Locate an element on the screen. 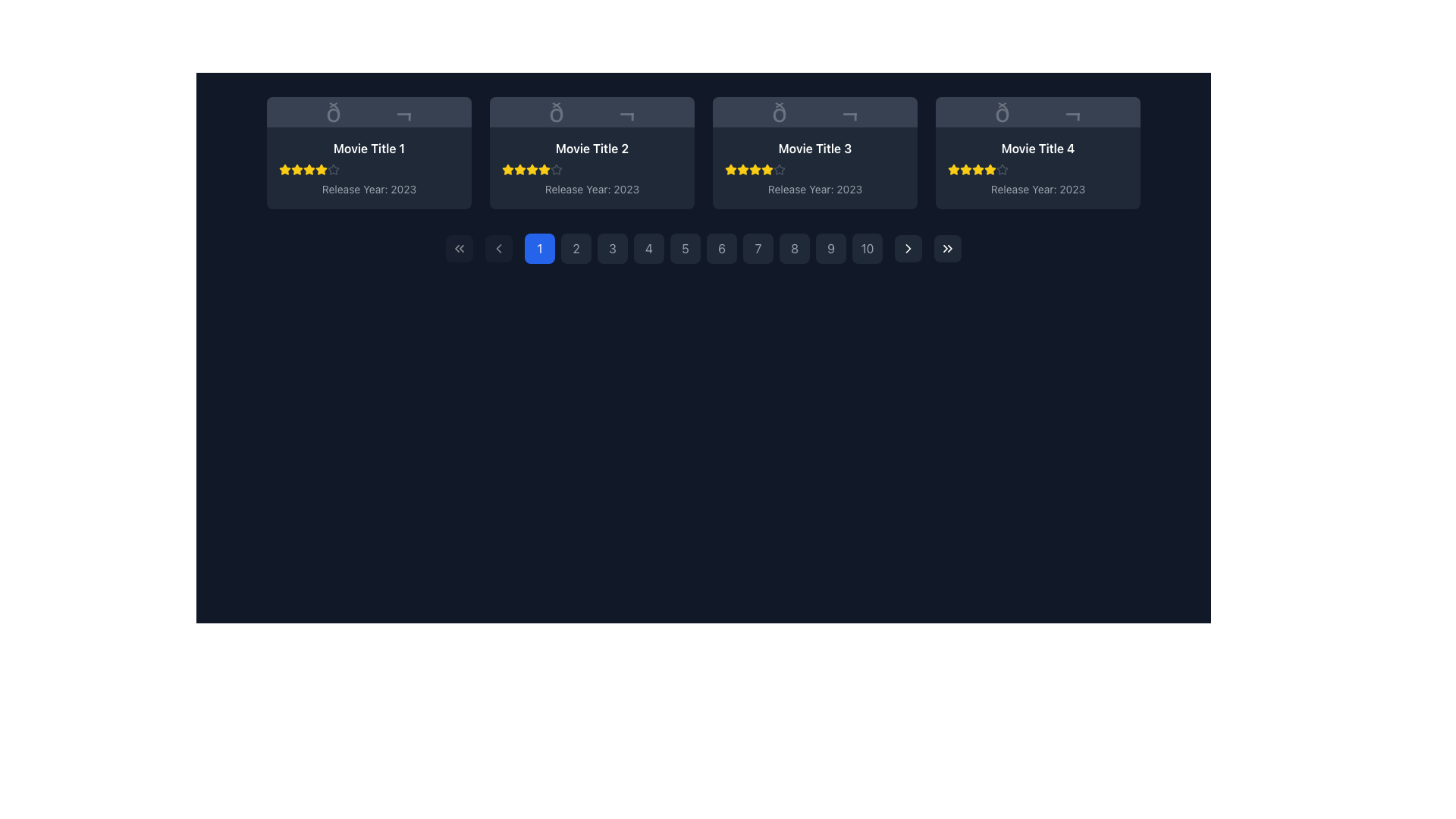 The image size is (1456, 819). rating value from the rating indicator consisting of five star icons, where the first four stars are yellow and the fifth star is gray, located beneath the title 'Movie Title 2' is located at coordinates (591, 169).